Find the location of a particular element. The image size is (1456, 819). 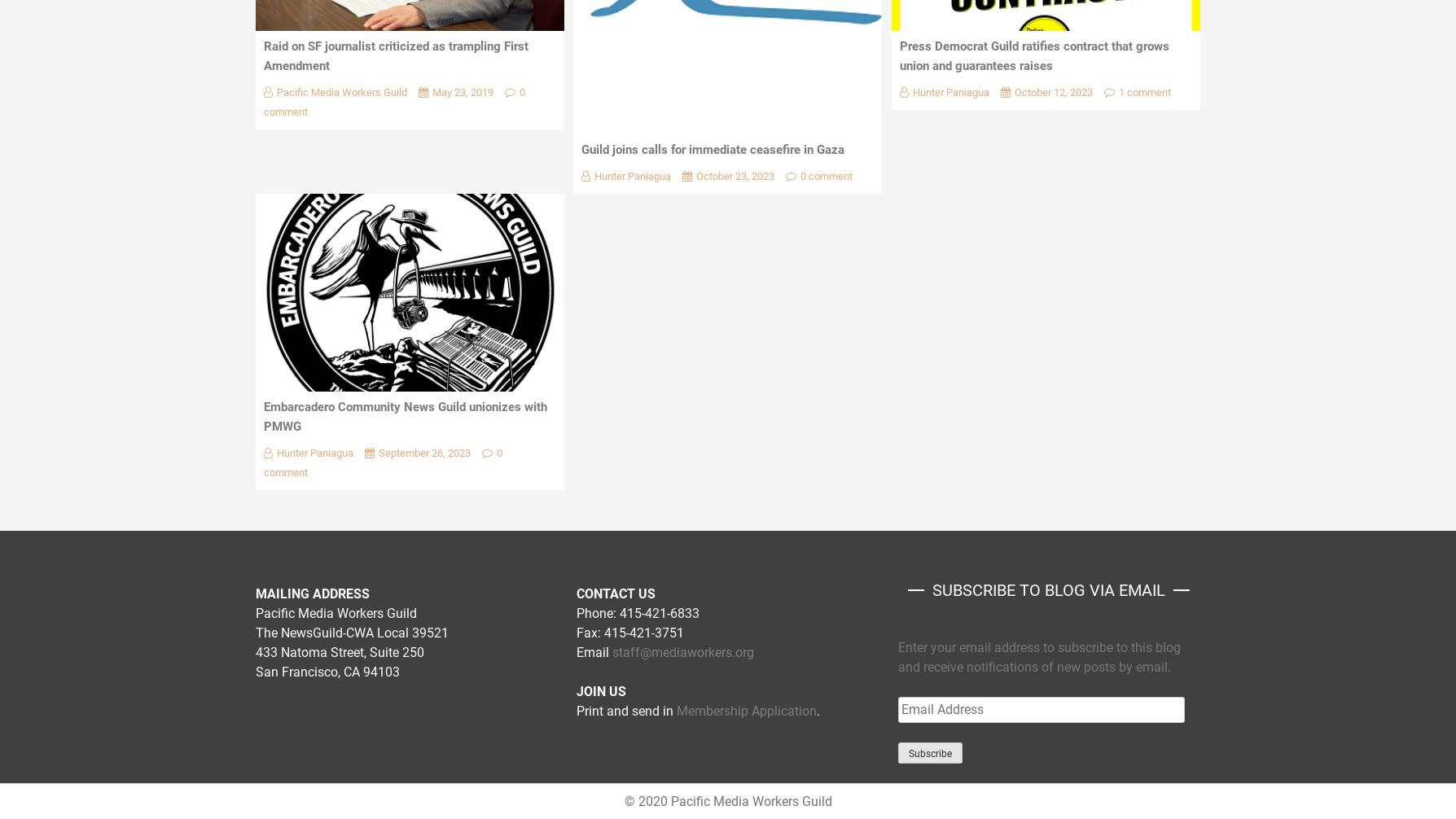

'Membership Application' is located at coordinates (747, 710).